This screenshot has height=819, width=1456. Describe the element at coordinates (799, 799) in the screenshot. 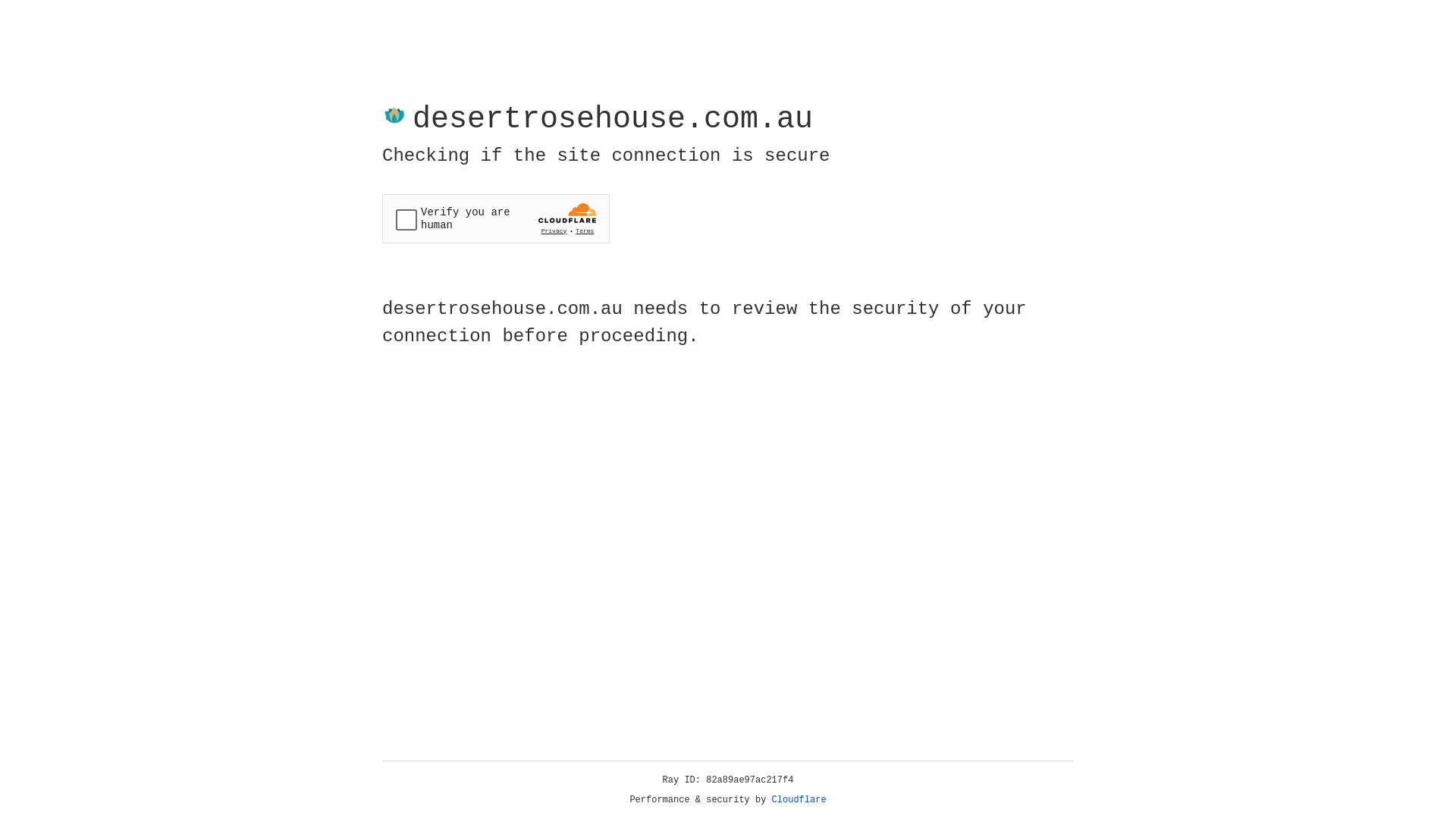

I see `'Cloudflare'` at that location.